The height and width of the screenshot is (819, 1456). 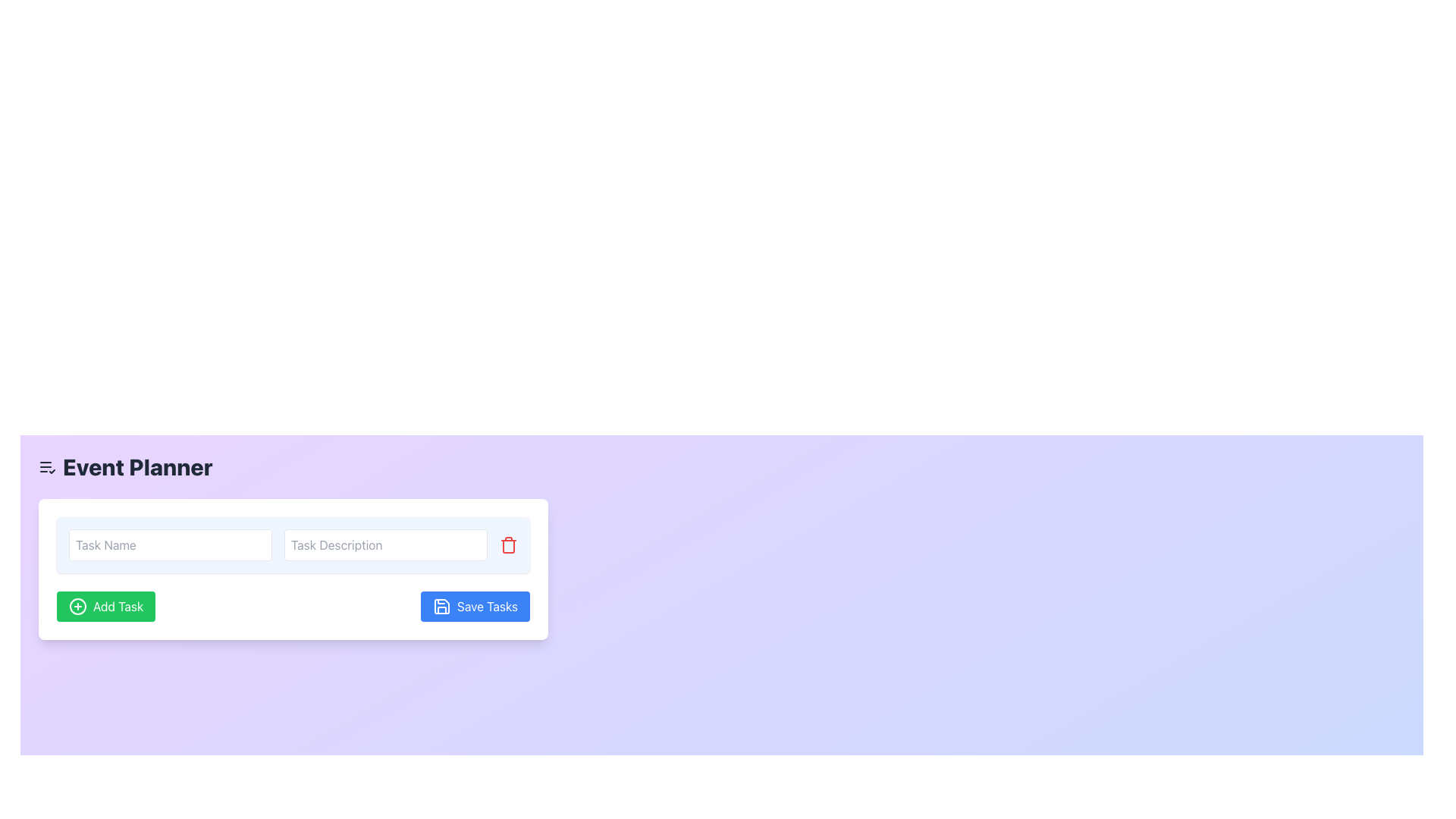 I want to click on the decorative icon inside the green 'Add Task' button located at the bottom left of the task input form, so click(x=77, y=605).